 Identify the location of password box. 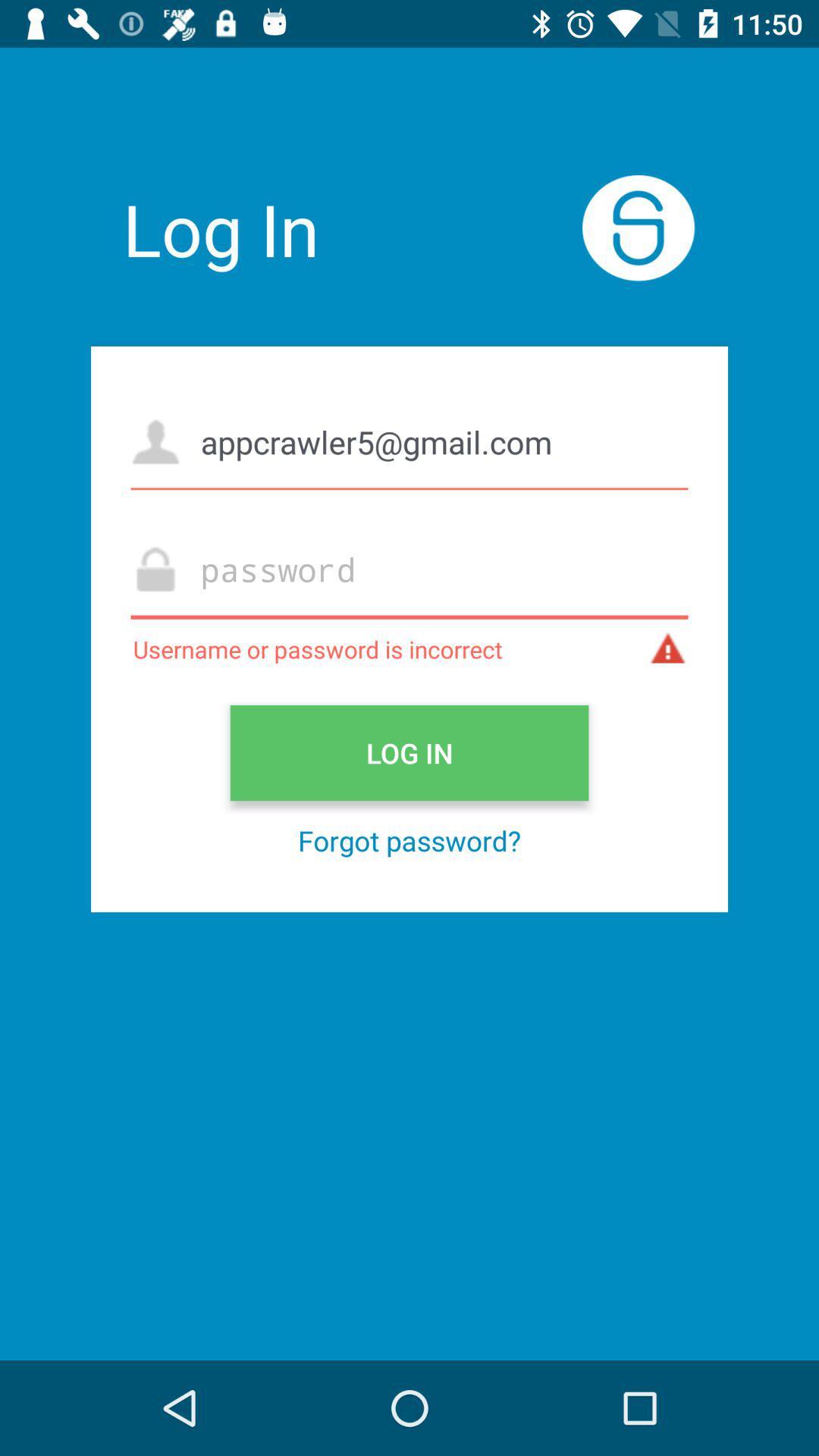
(409, 568).